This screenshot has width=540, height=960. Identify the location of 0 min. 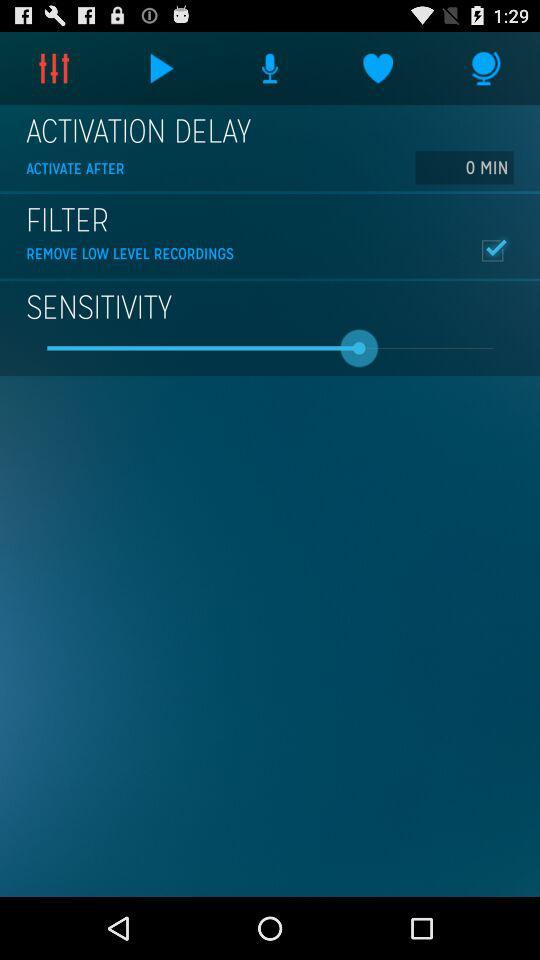
(464, 166).